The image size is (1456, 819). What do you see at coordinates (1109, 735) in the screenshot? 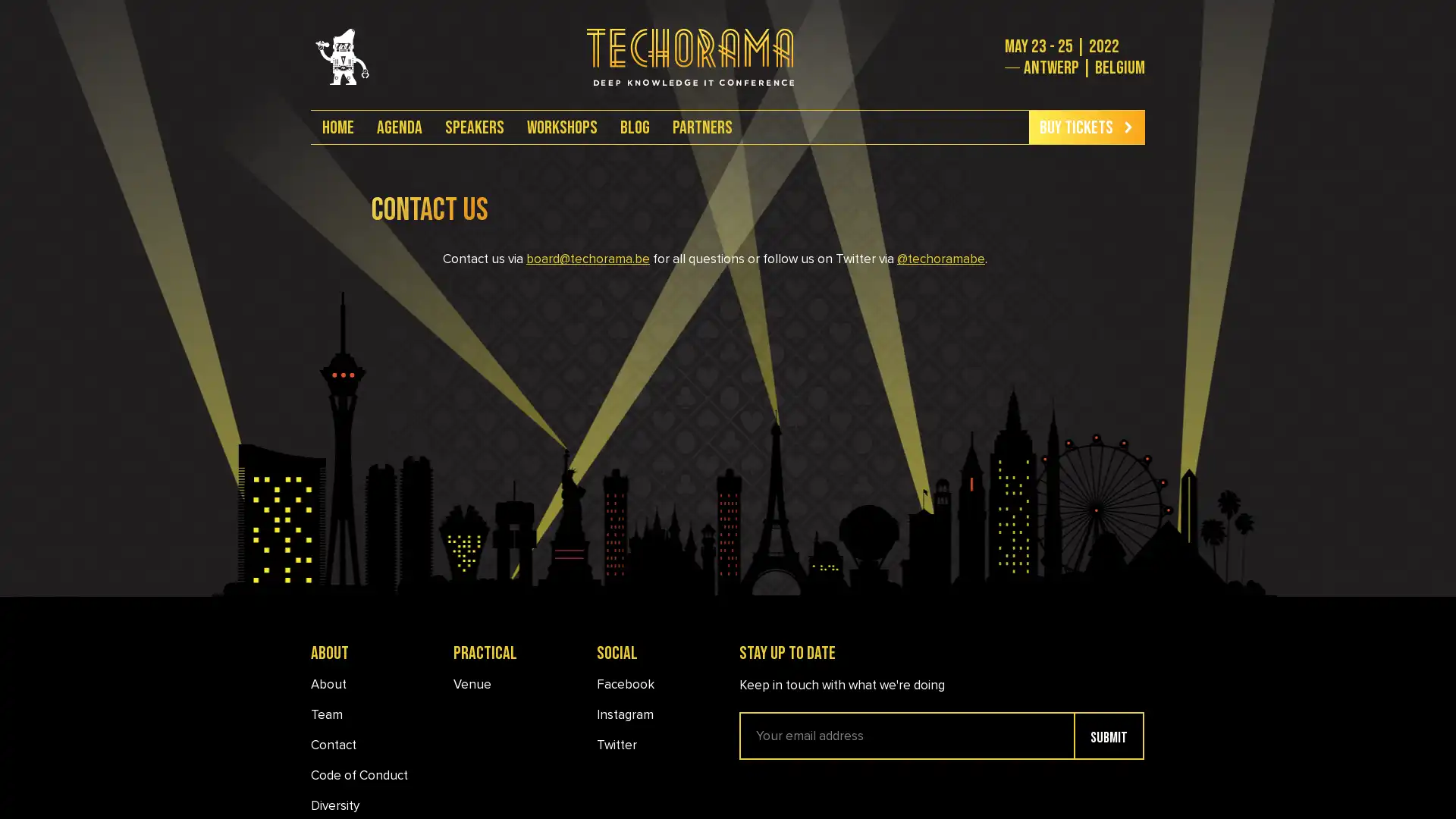
I see `submit` at bounding box center [1109, 735].